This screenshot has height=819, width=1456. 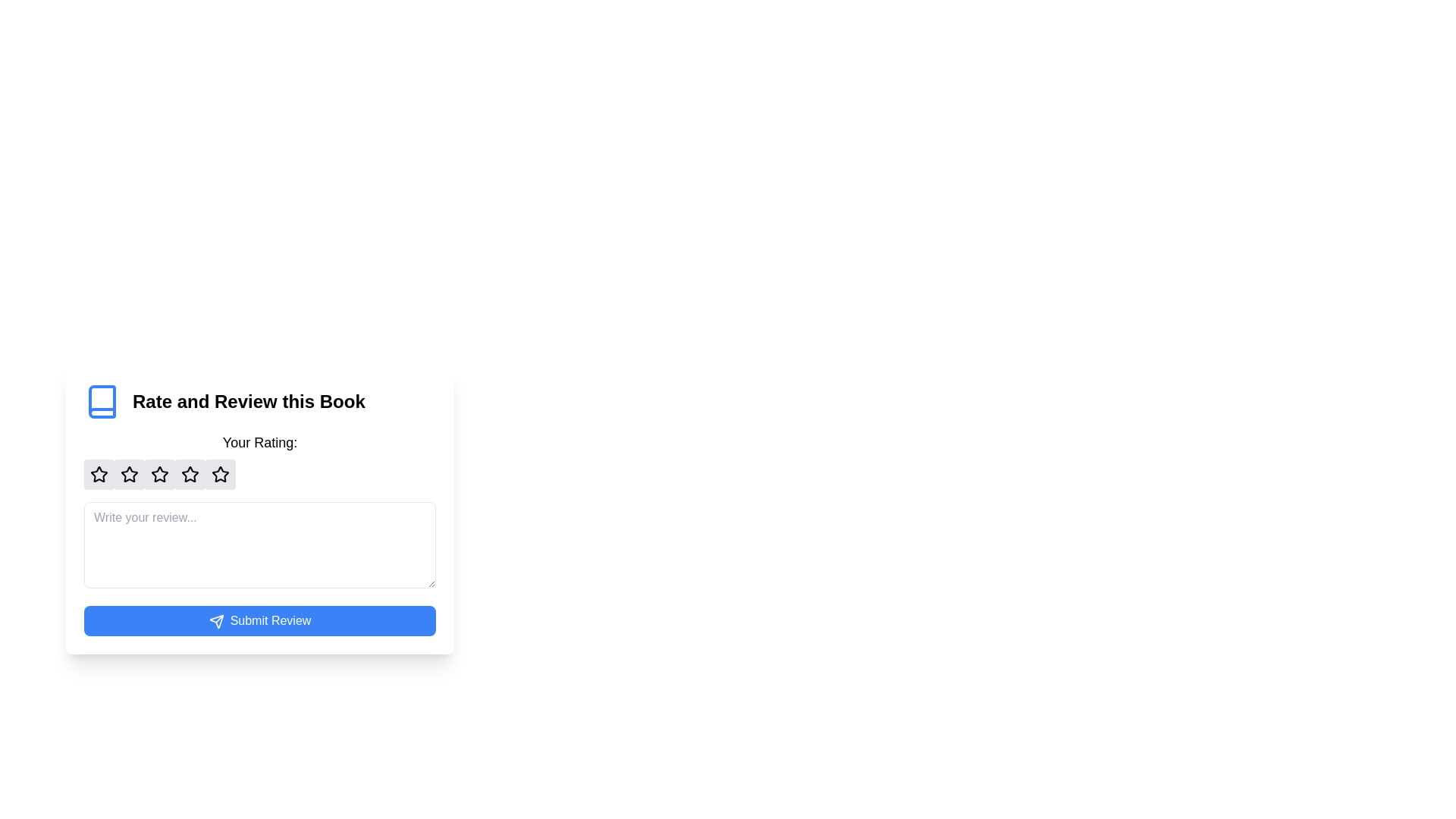 I want to click on the first outlined star icon in the five-star rating system, so click(x=98, y=473).